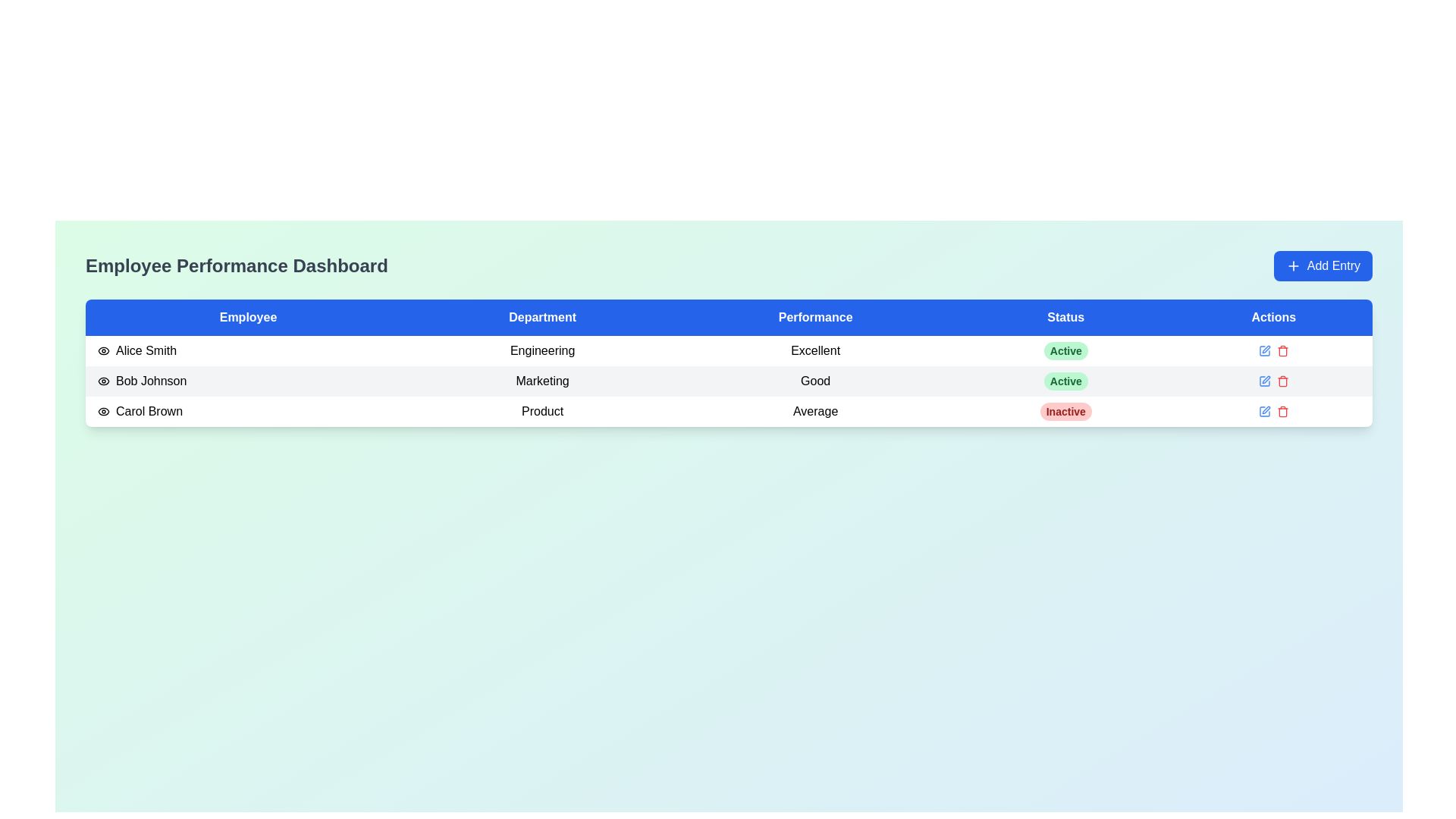  Describe the element at coordinates (1065, 412) in the screenshot. I see `the red button labeled 'Inactive' with bold red text and a light red background located in the fourth column of the third row under the 'Employee Performance Dashboard'` at that location.